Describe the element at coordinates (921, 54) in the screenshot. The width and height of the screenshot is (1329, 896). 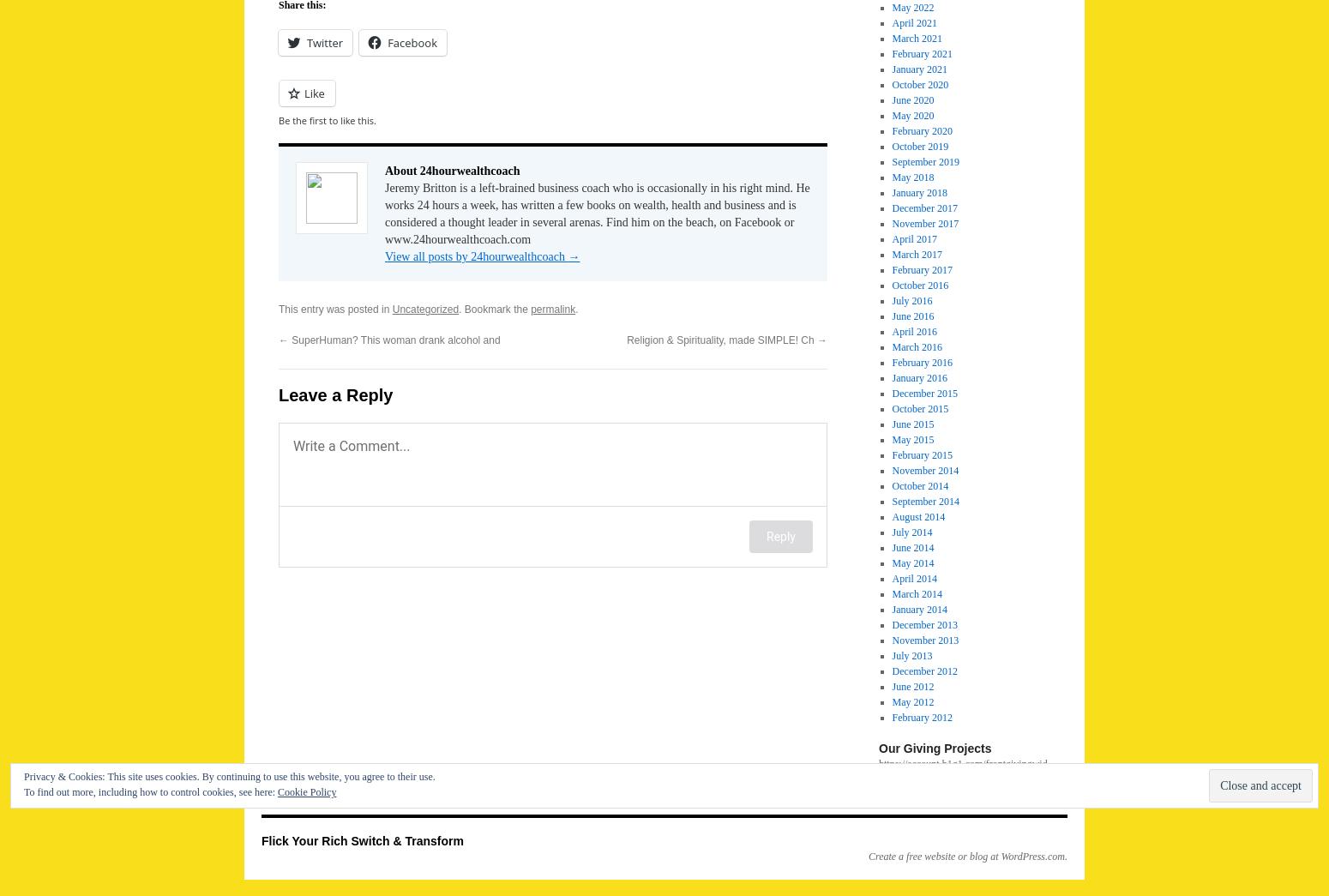
I see `'February 2021'` at that location.